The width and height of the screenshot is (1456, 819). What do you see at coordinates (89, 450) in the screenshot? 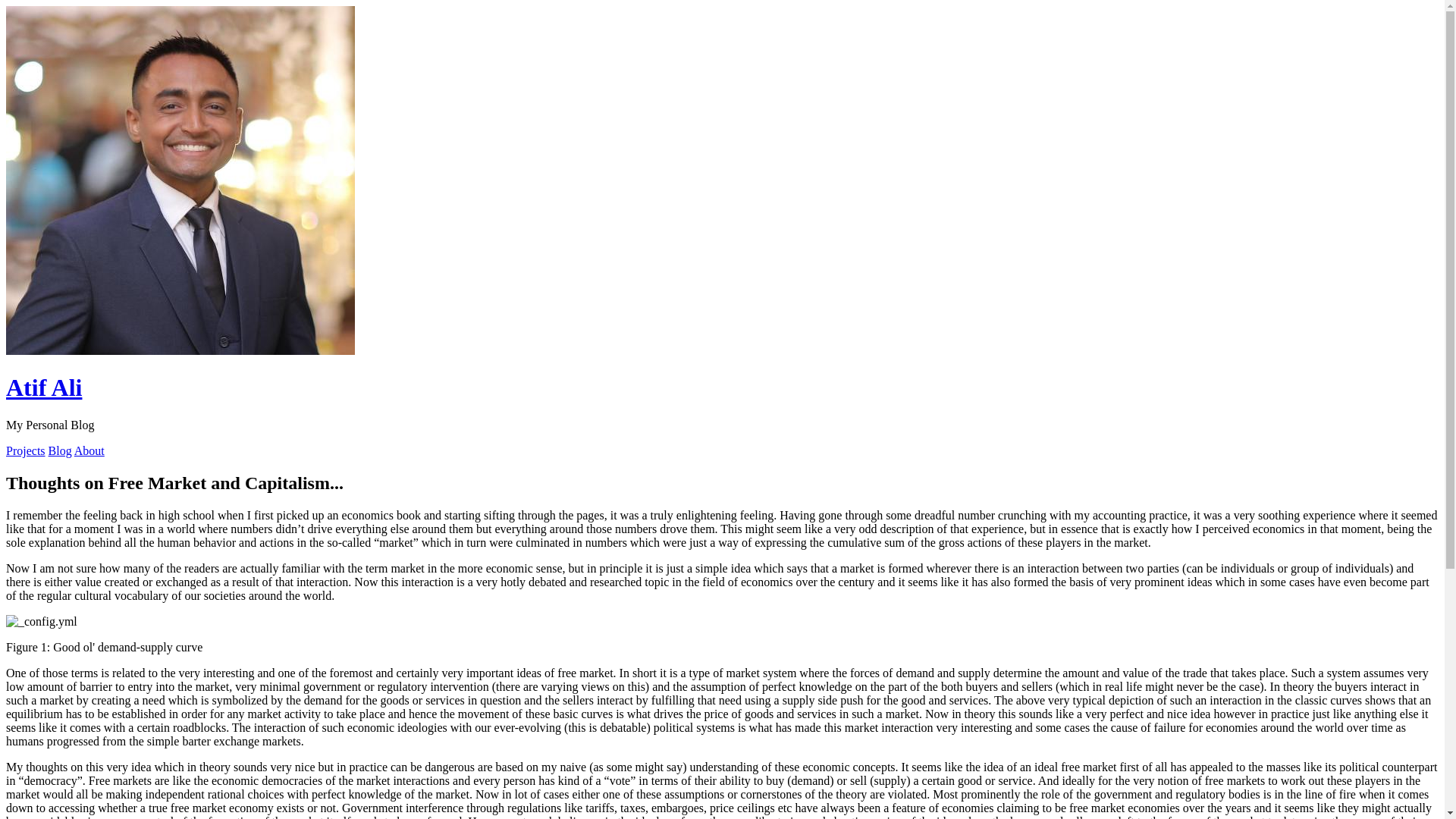
I see `'About'` at bounding box center [89, 450].